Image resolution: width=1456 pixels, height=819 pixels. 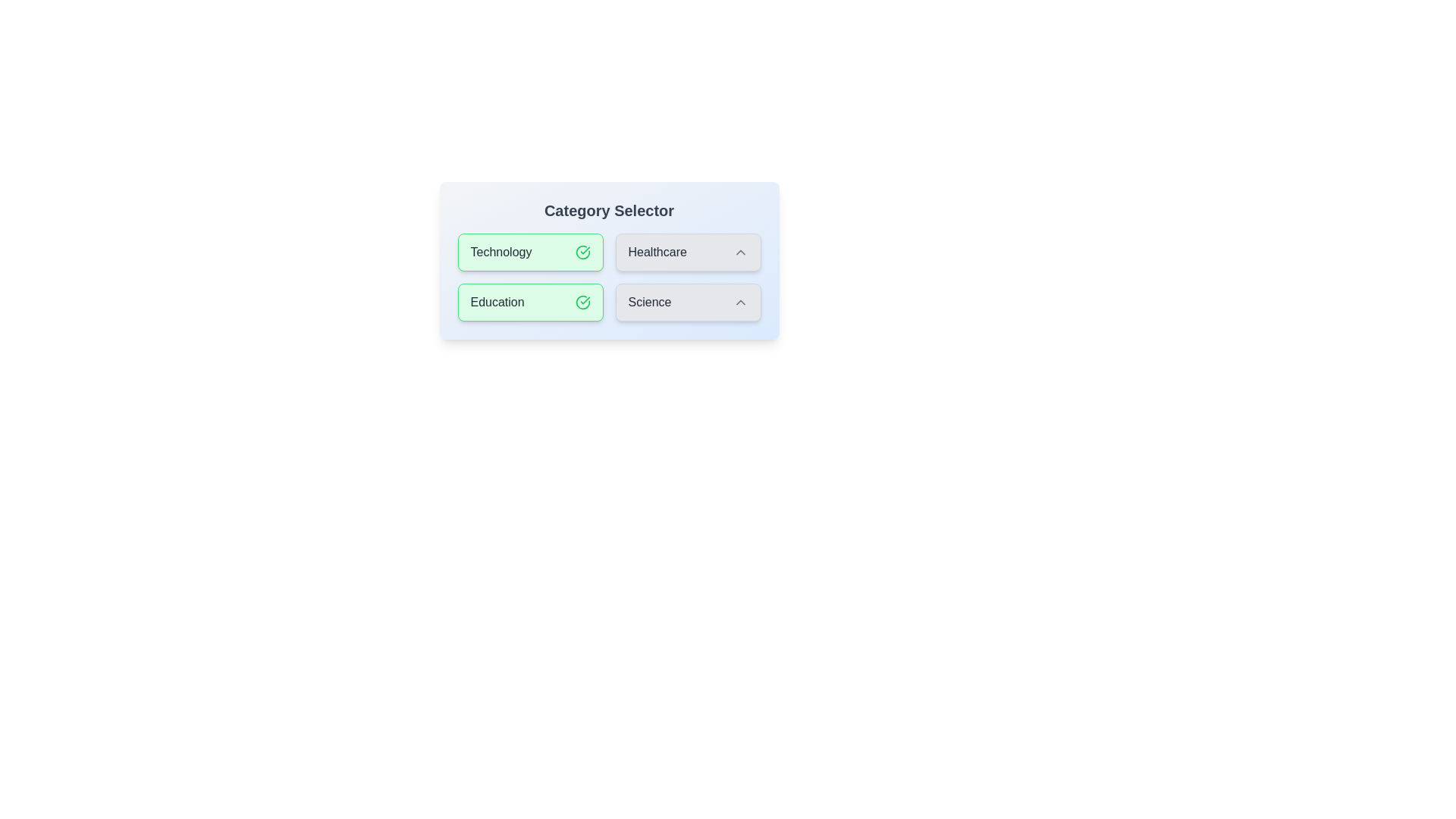 I want to click on the category Education, so click(x=530, y=302).